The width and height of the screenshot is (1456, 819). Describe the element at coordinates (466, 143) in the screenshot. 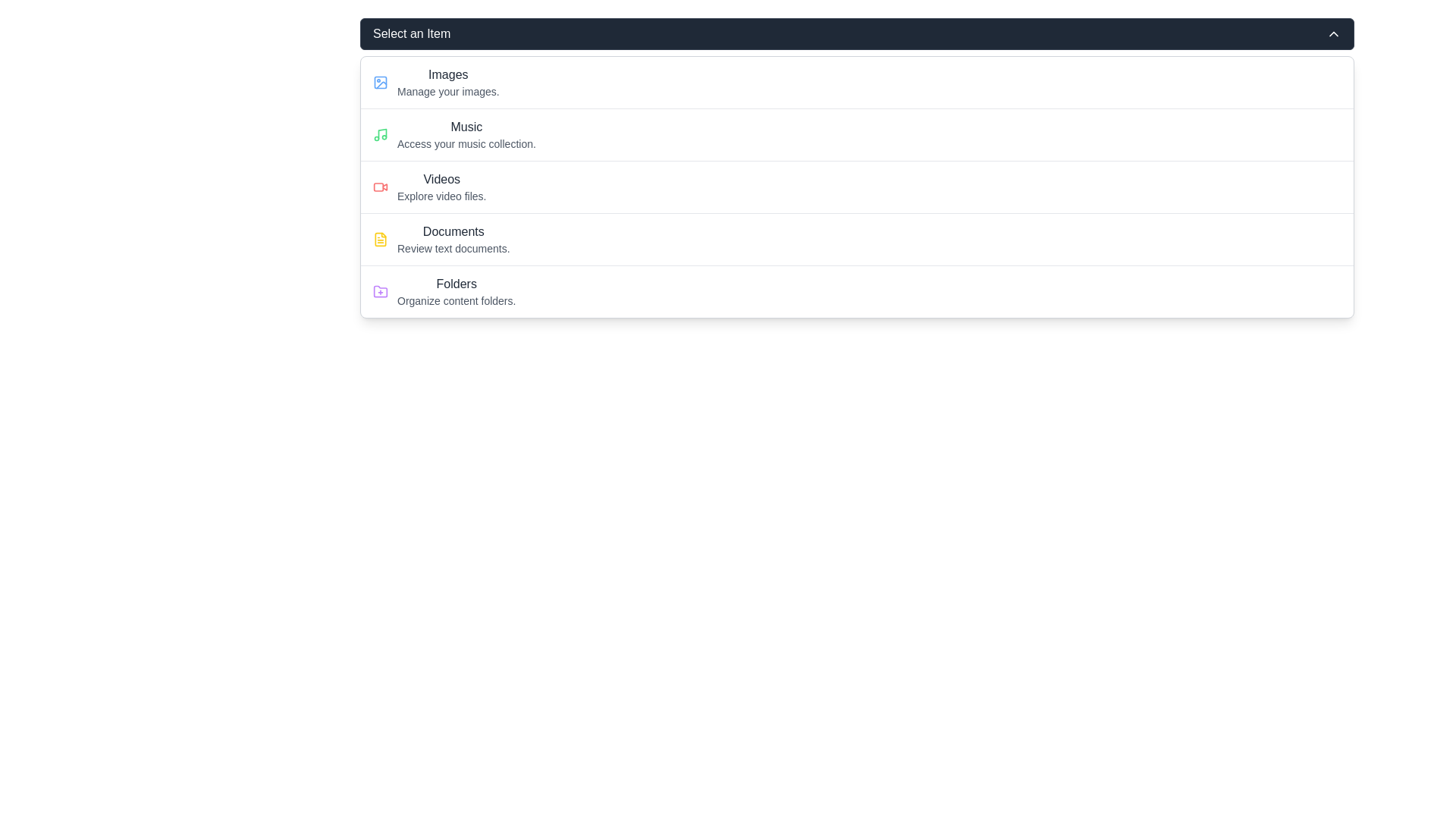

I see `the static text label that serves as a description for the 'Music' section, located below the 'Music' heading` at that location.